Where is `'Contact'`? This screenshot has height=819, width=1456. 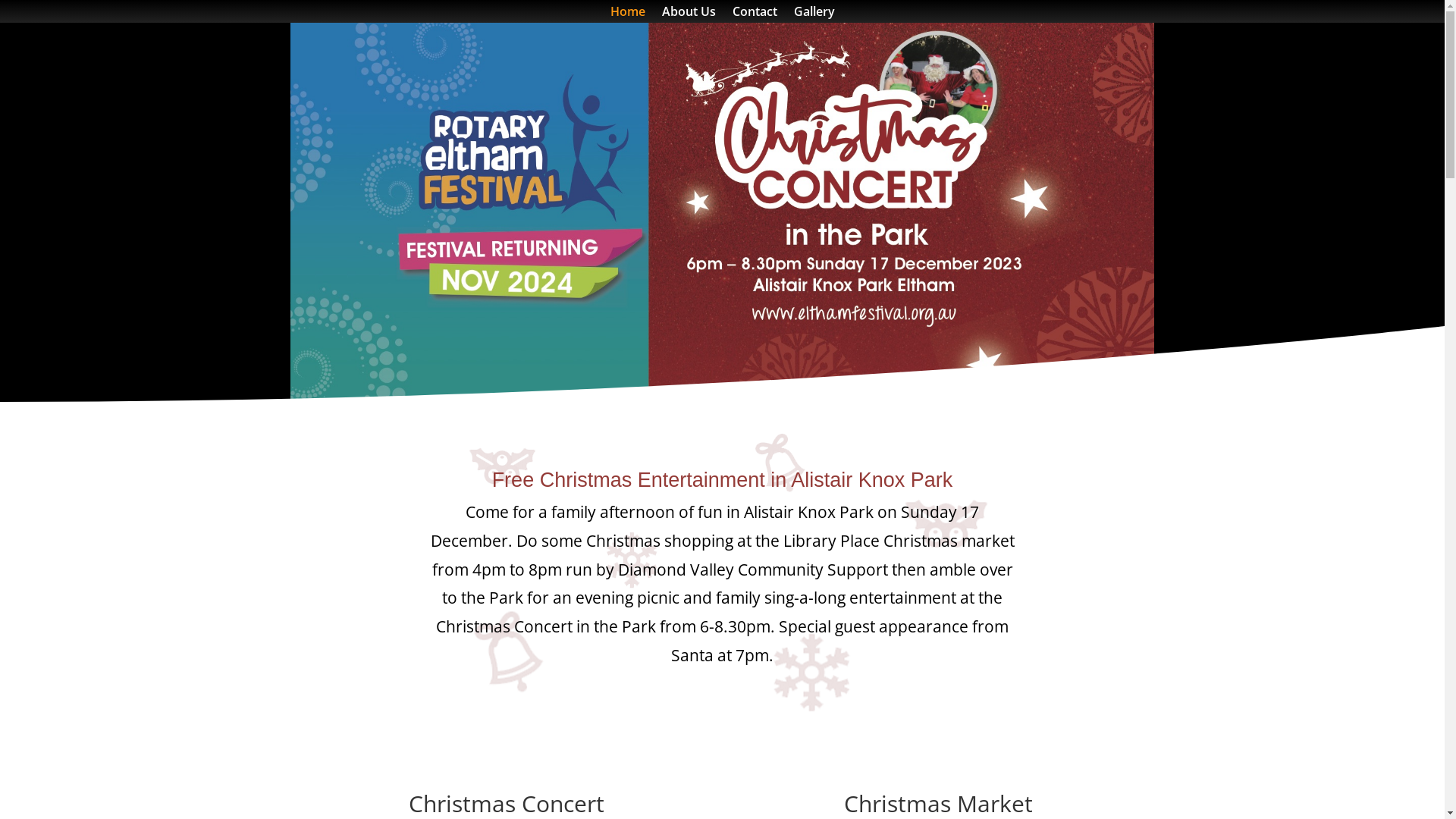 'Contact' is located at coordinates (755, 14).